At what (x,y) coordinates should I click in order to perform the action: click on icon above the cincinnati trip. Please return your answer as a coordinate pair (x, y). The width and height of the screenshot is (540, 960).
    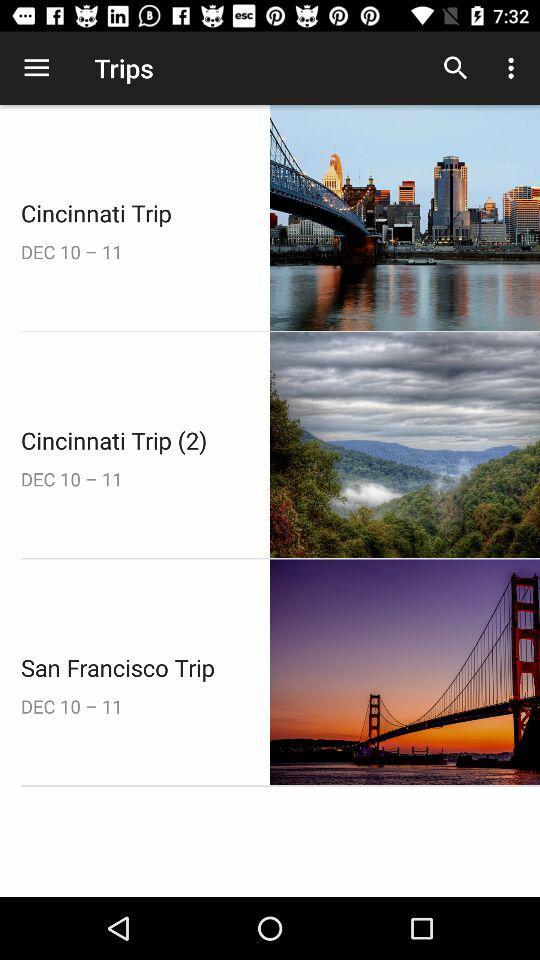
    Looking at the image, I should click on (36, 68).